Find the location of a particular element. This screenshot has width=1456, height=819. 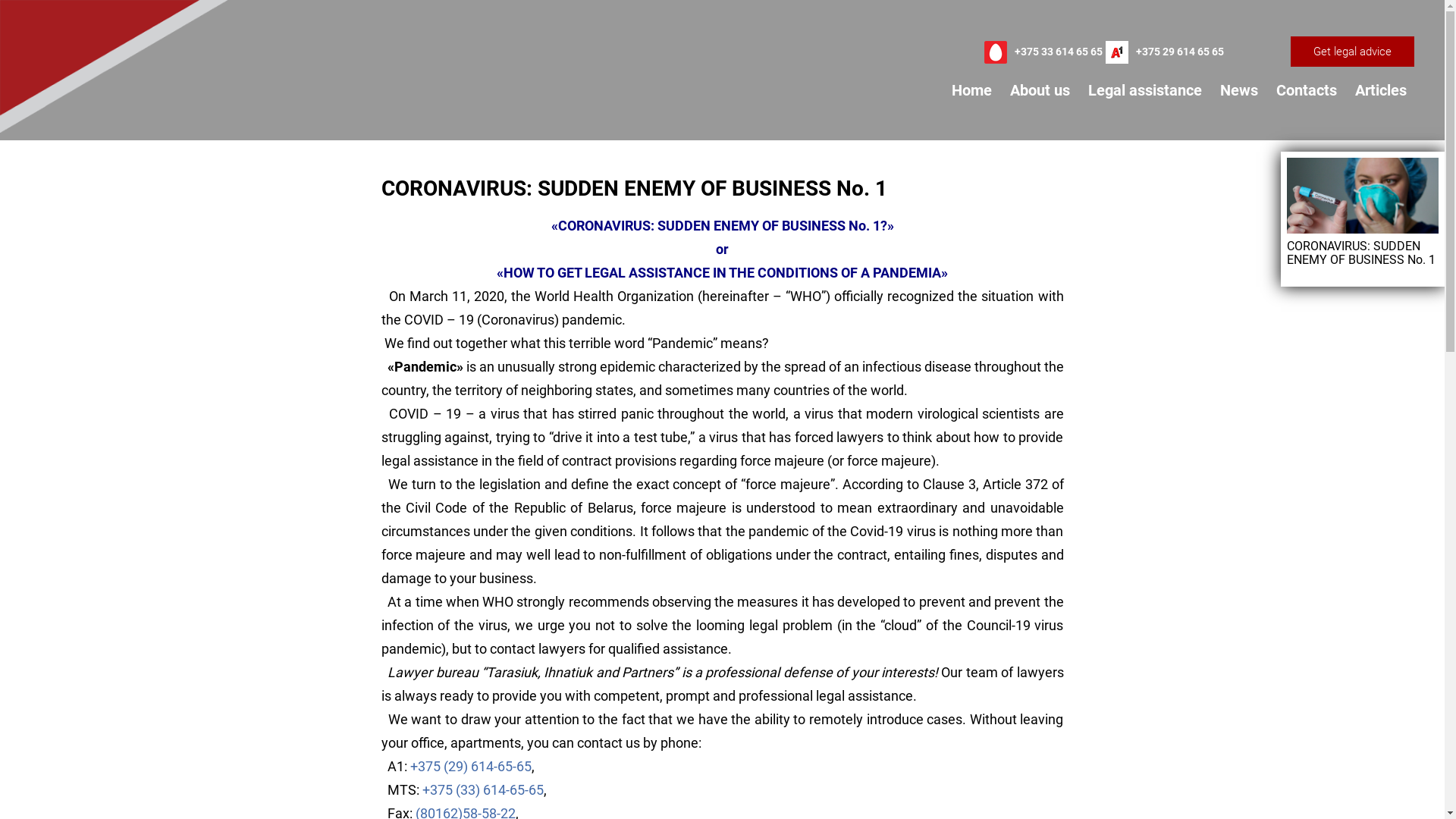

'Get legal advice' is located at coordinates (1290, 51).